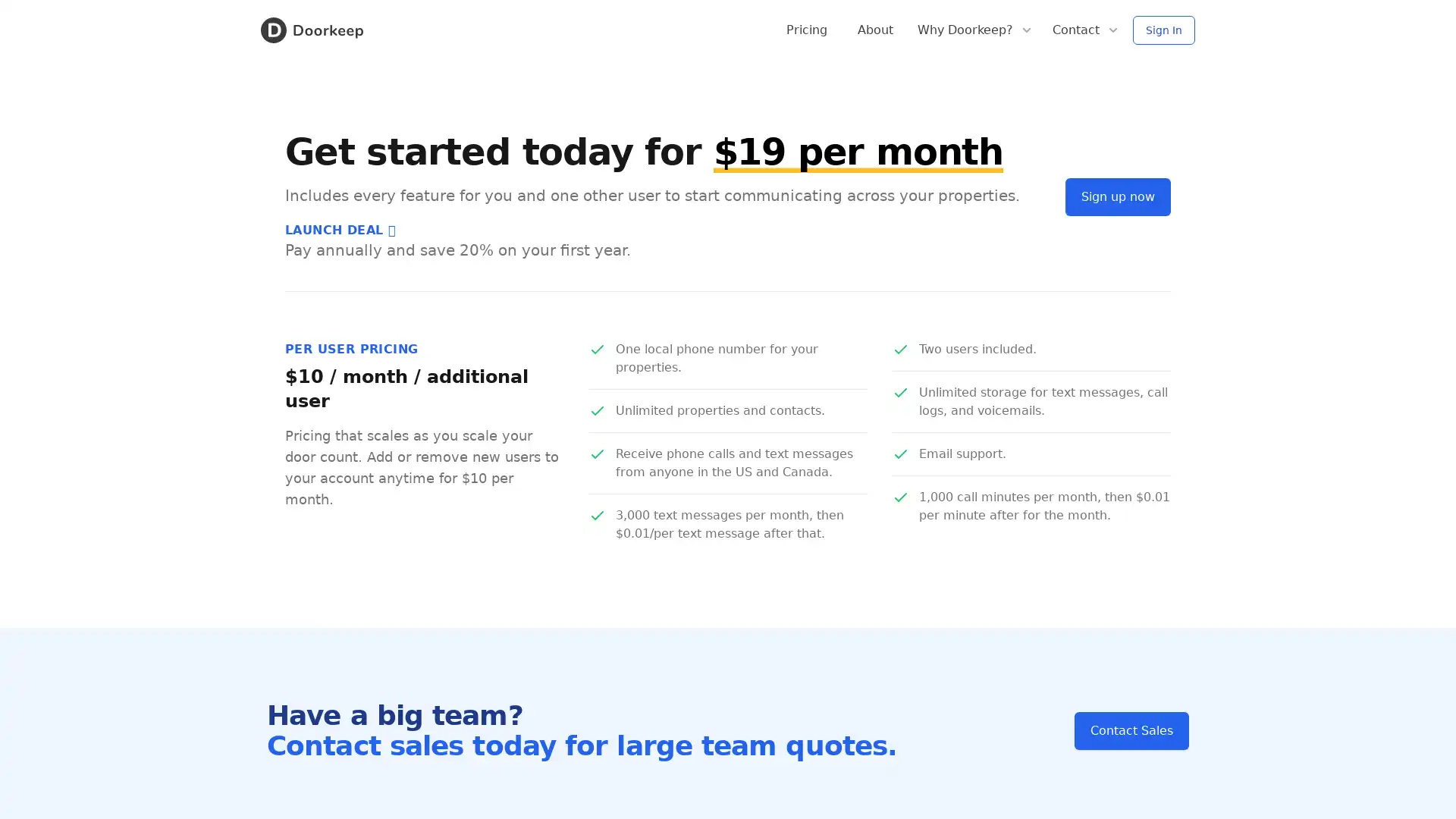  I want to click on Why Doorkeep?, so click(975, 30).